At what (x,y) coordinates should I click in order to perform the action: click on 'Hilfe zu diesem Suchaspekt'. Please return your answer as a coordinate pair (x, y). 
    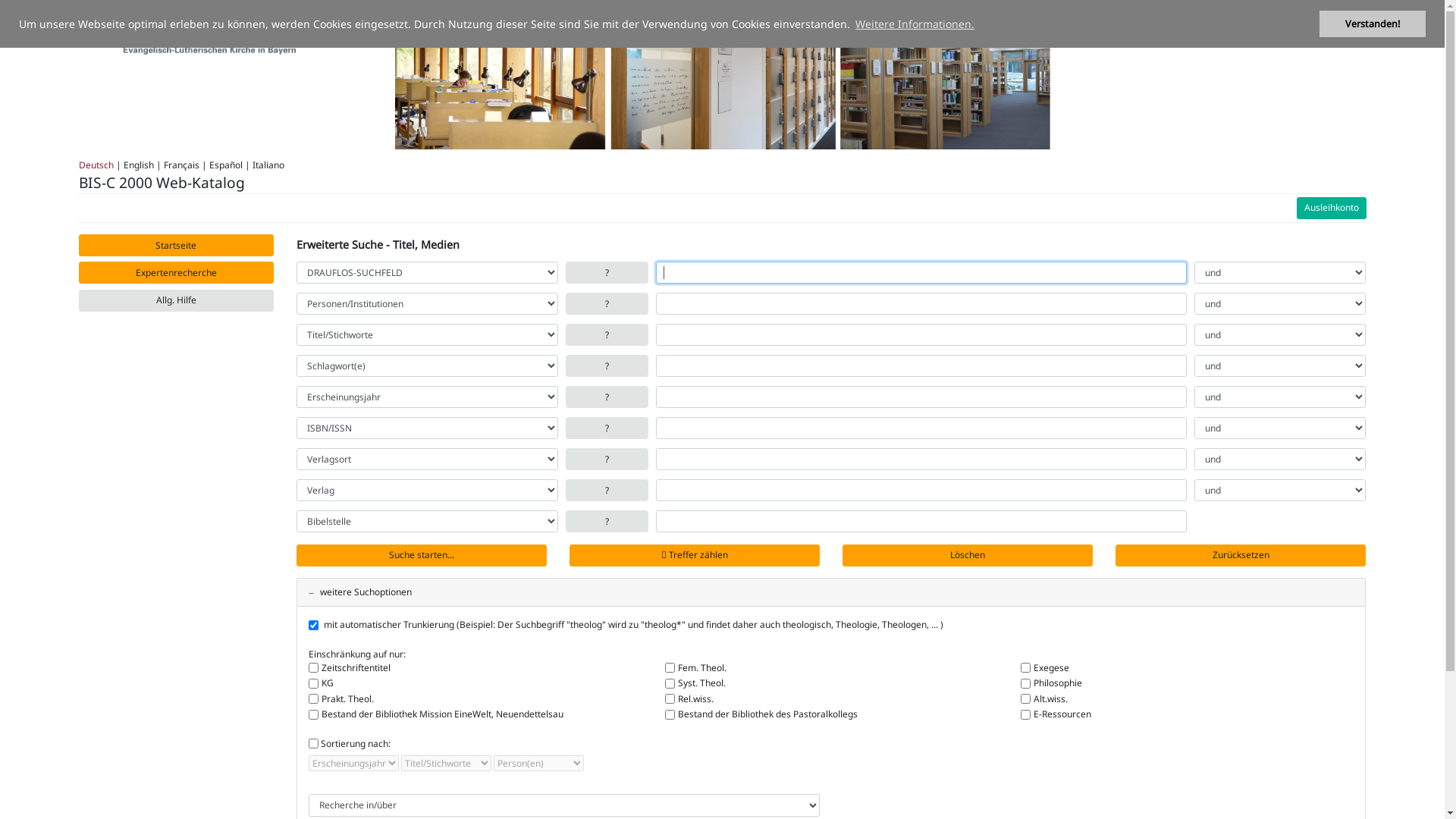
    Looking at the image, I should click on (564, 303).